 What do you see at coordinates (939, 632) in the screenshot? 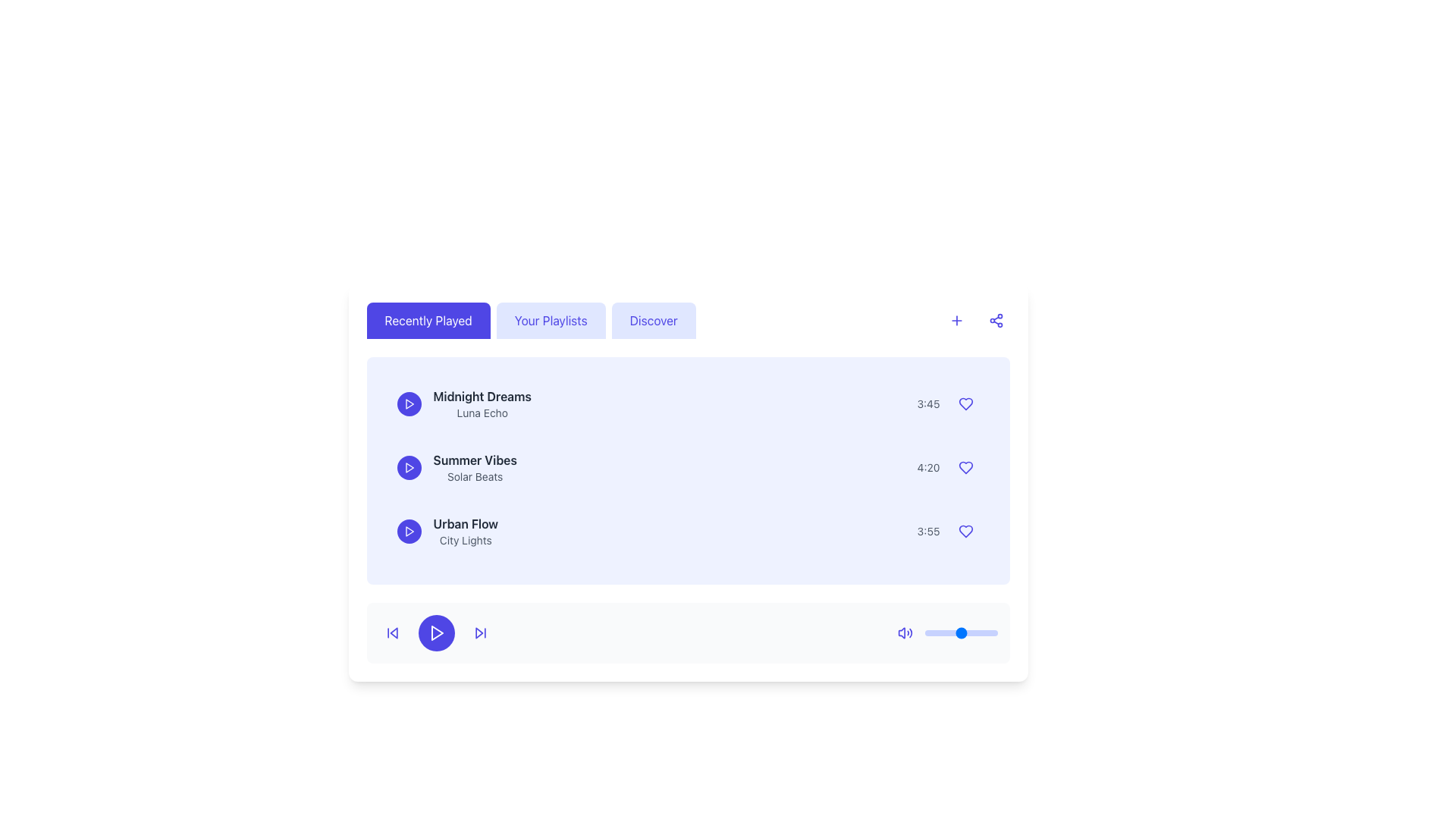
I see `the slider` at bounding box center [939, 632].